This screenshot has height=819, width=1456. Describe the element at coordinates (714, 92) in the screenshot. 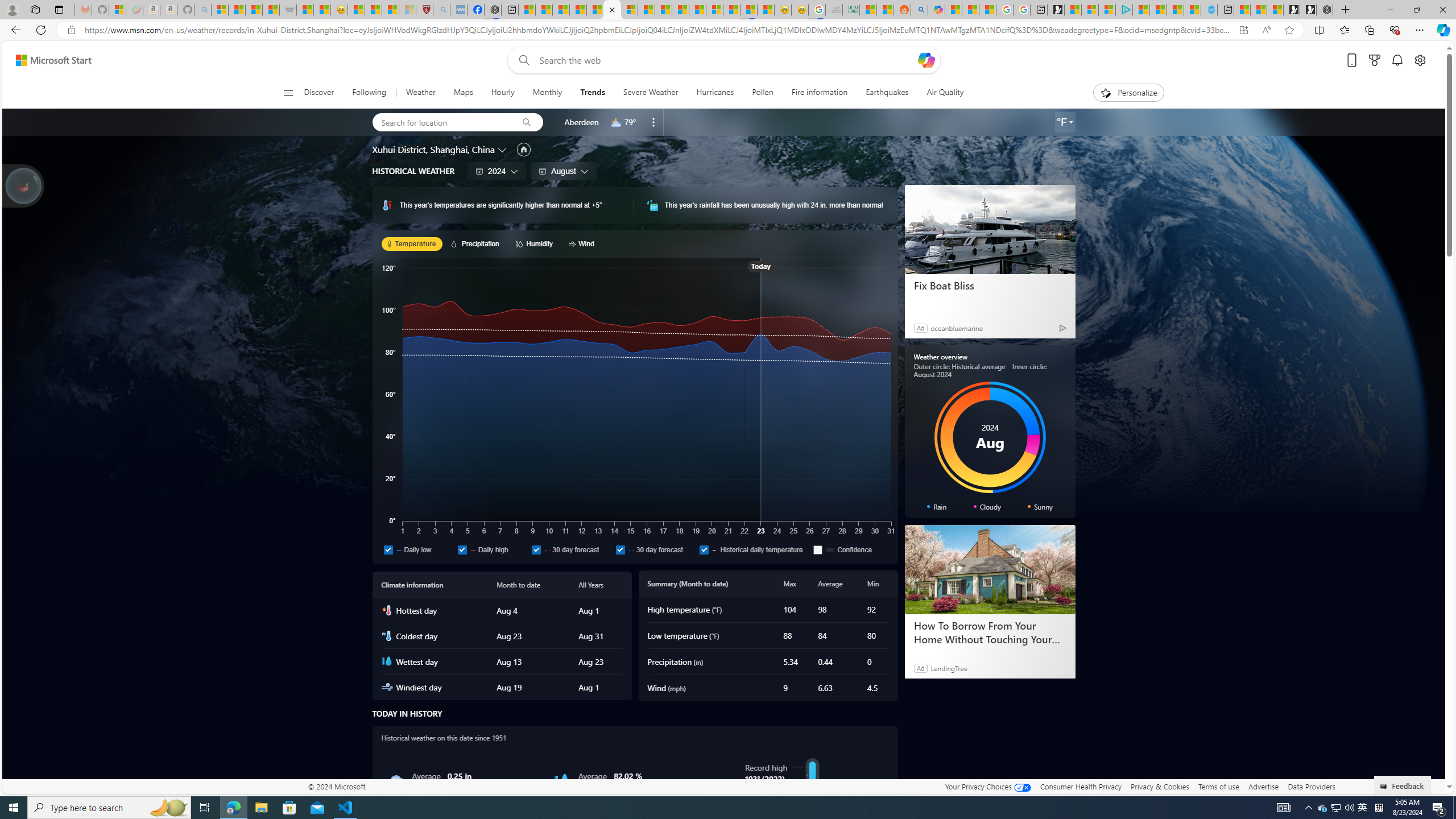

I see `'Hurricanes'` at that location.